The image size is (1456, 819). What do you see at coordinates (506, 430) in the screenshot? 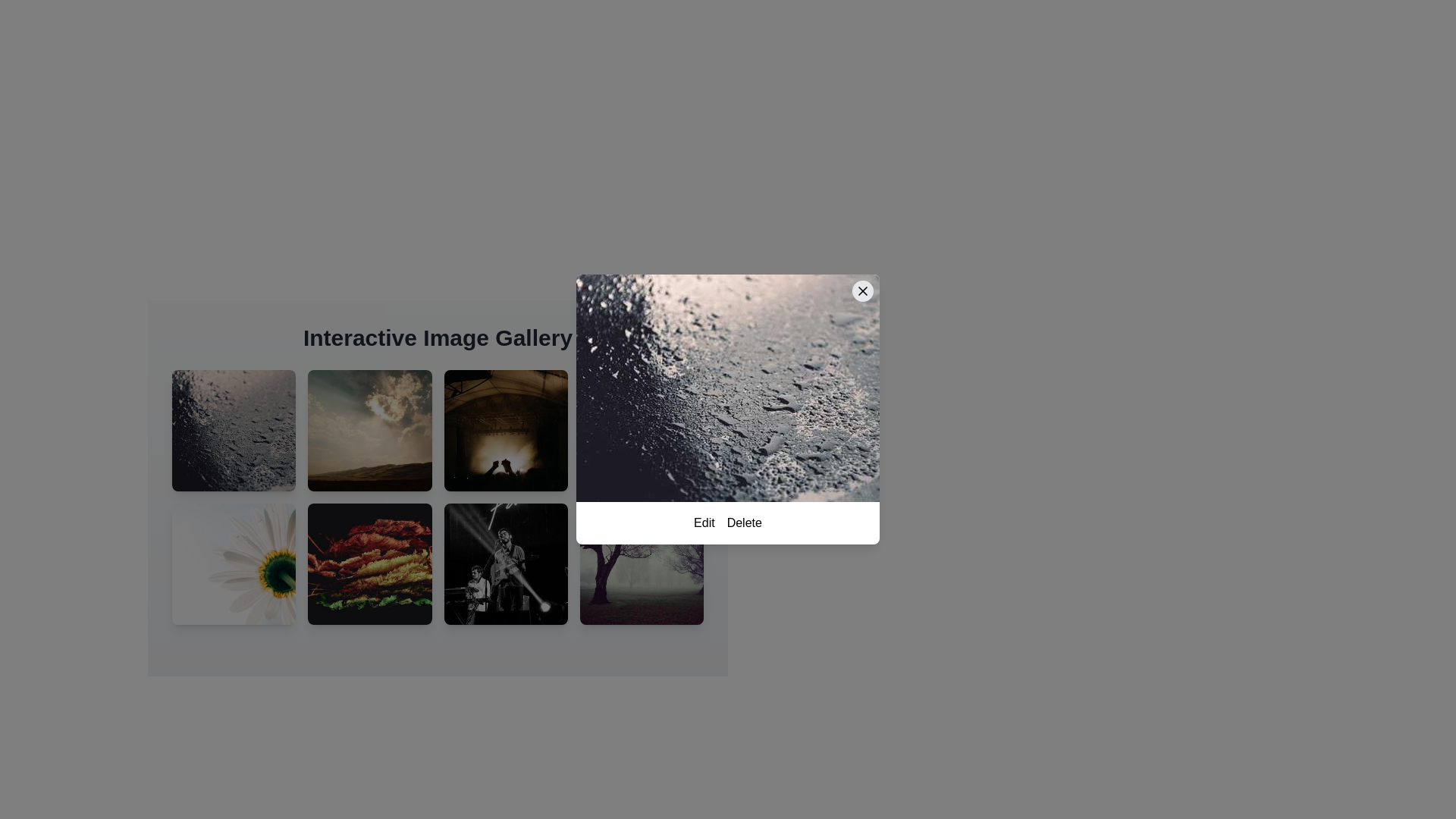
I see `the third Image card in the first row of the grid layout` at bounding box center [506, 430].